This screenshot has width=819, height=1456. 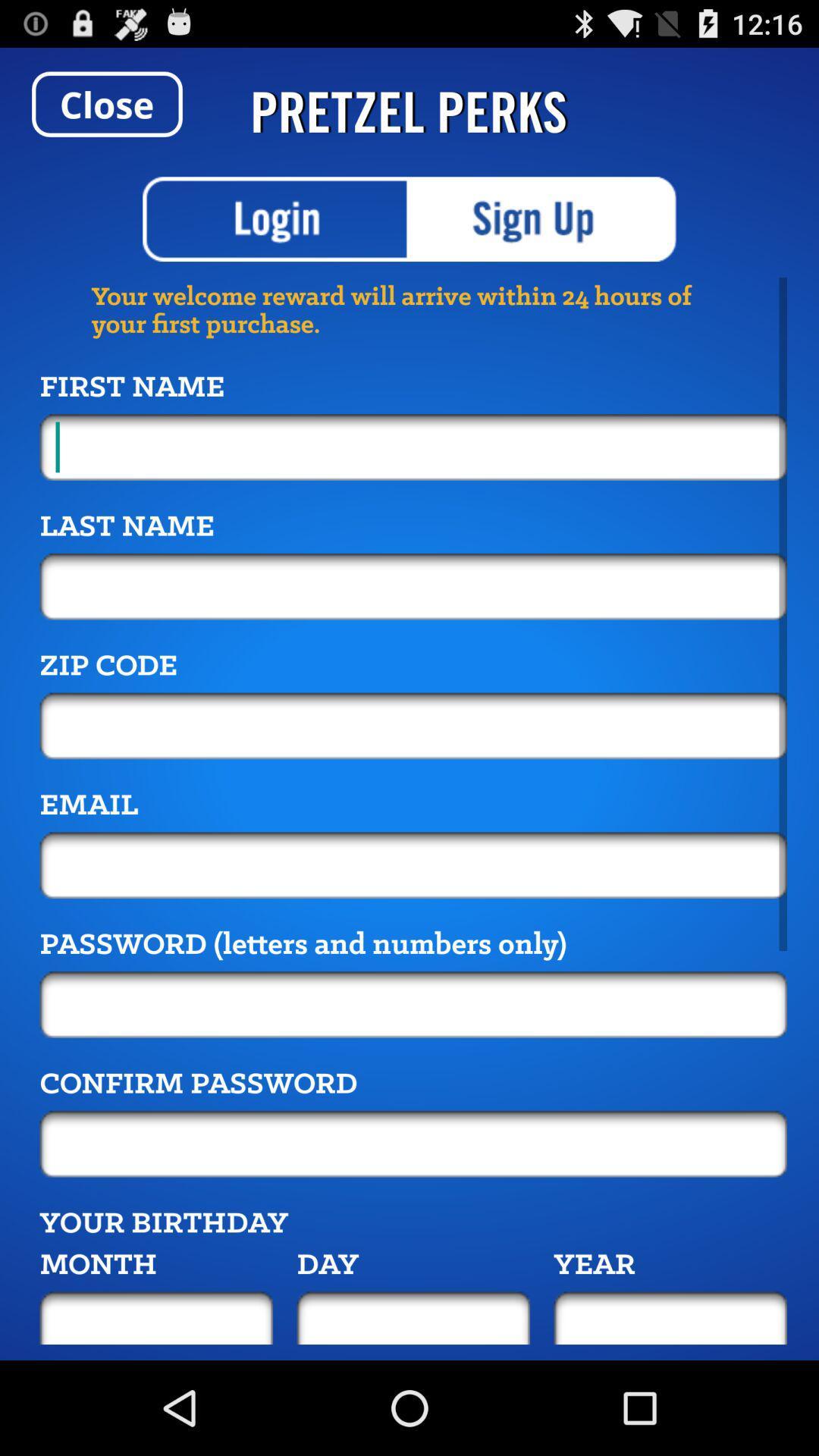 What do you see at coordinates (670, 1316) in the screenshot?
I see `the box below year` at bounding box center [670, 1316].